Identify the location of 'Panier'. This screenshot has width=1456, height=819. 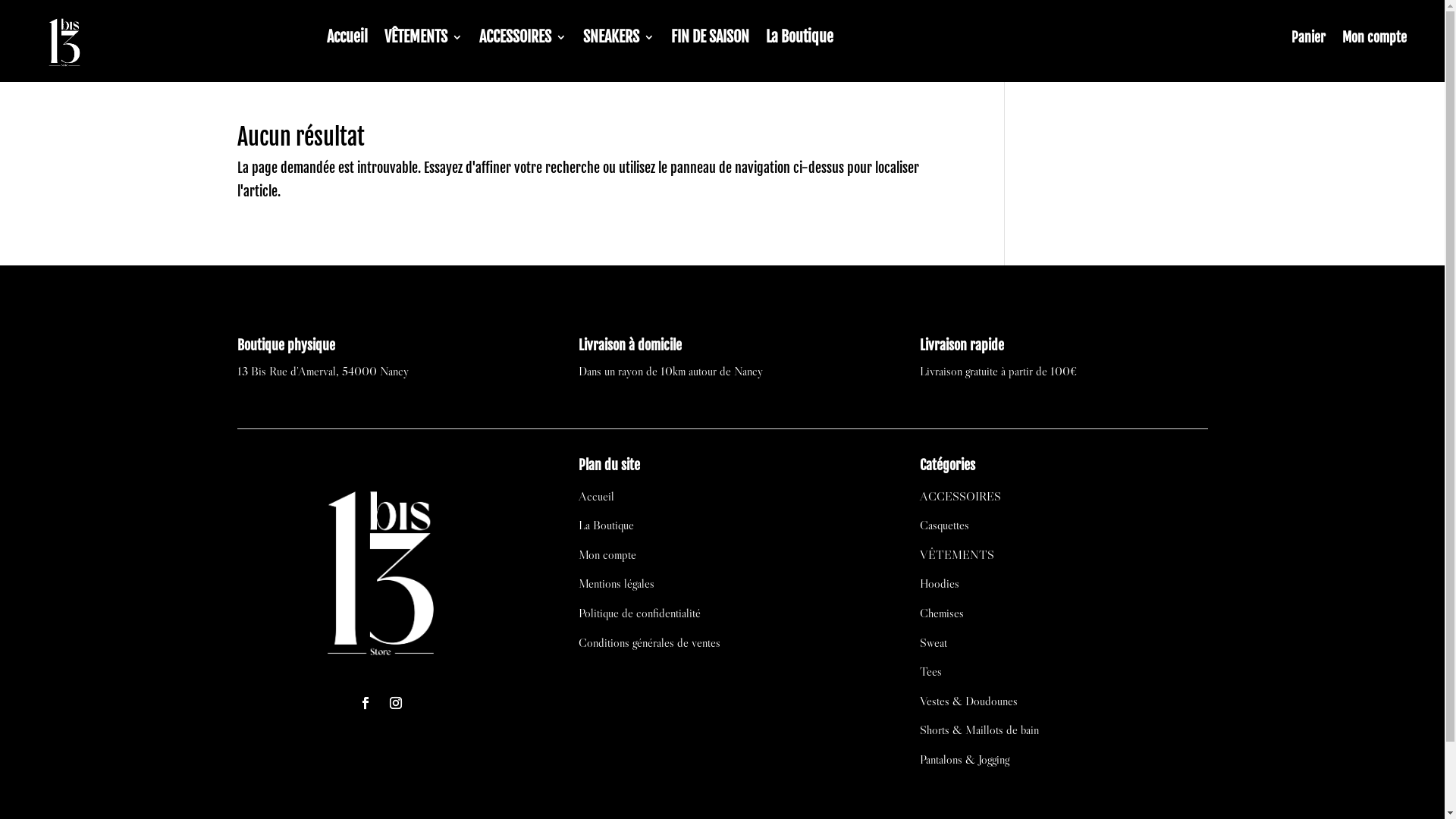
(1307, 39).